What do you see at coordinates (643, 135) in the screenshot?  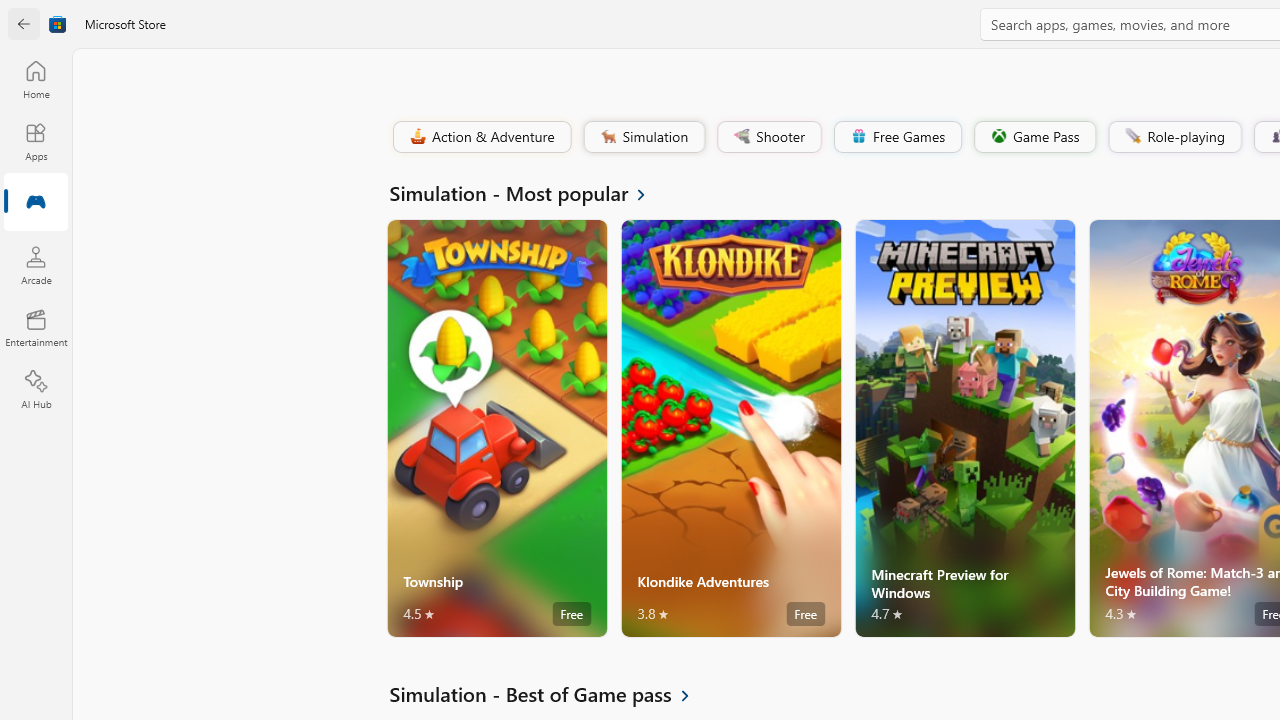 I see `'Simulation'` at bounding box center [643, 135].